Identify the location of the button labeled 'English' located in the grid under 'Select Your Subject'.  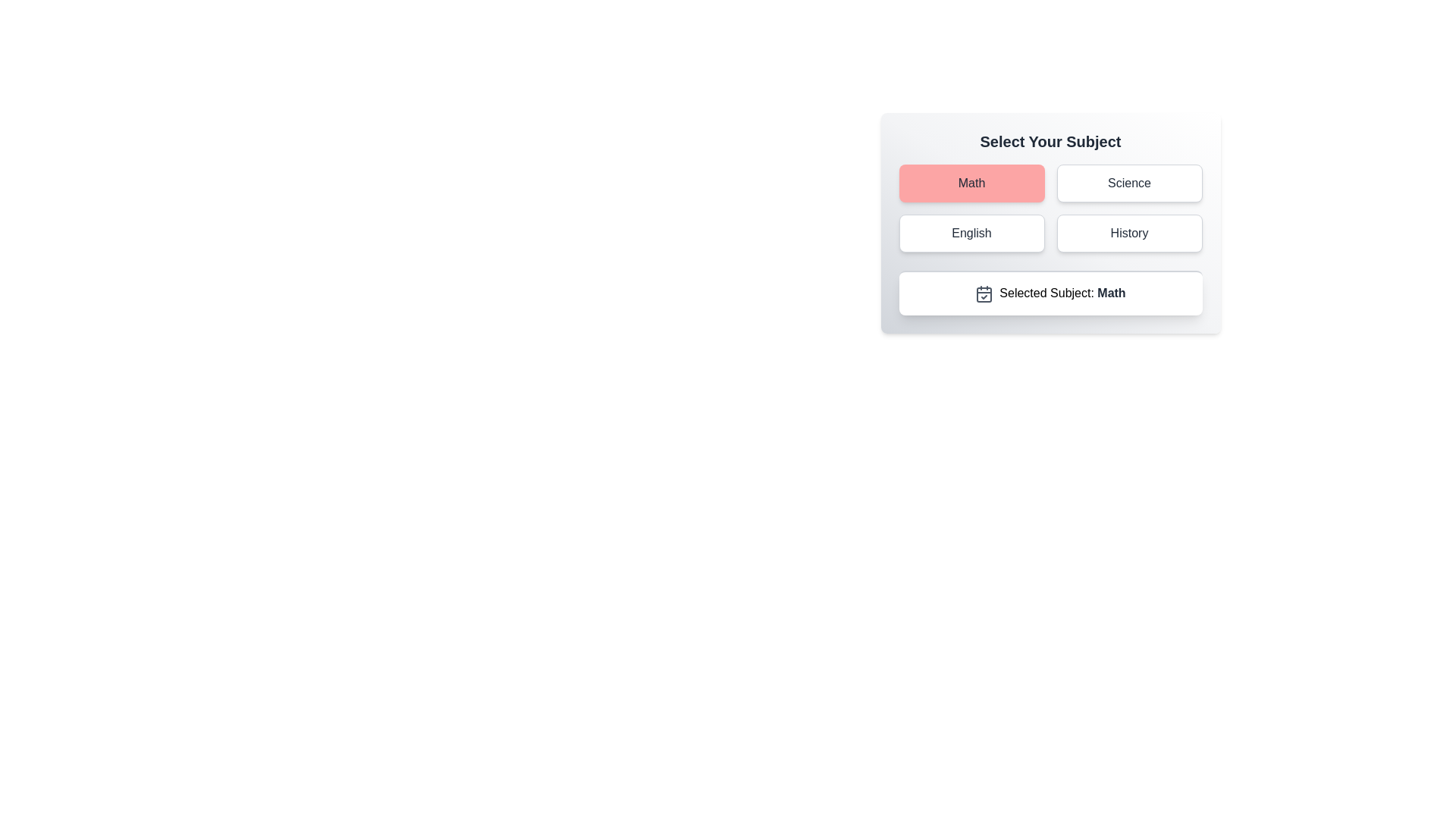
(971, 234).